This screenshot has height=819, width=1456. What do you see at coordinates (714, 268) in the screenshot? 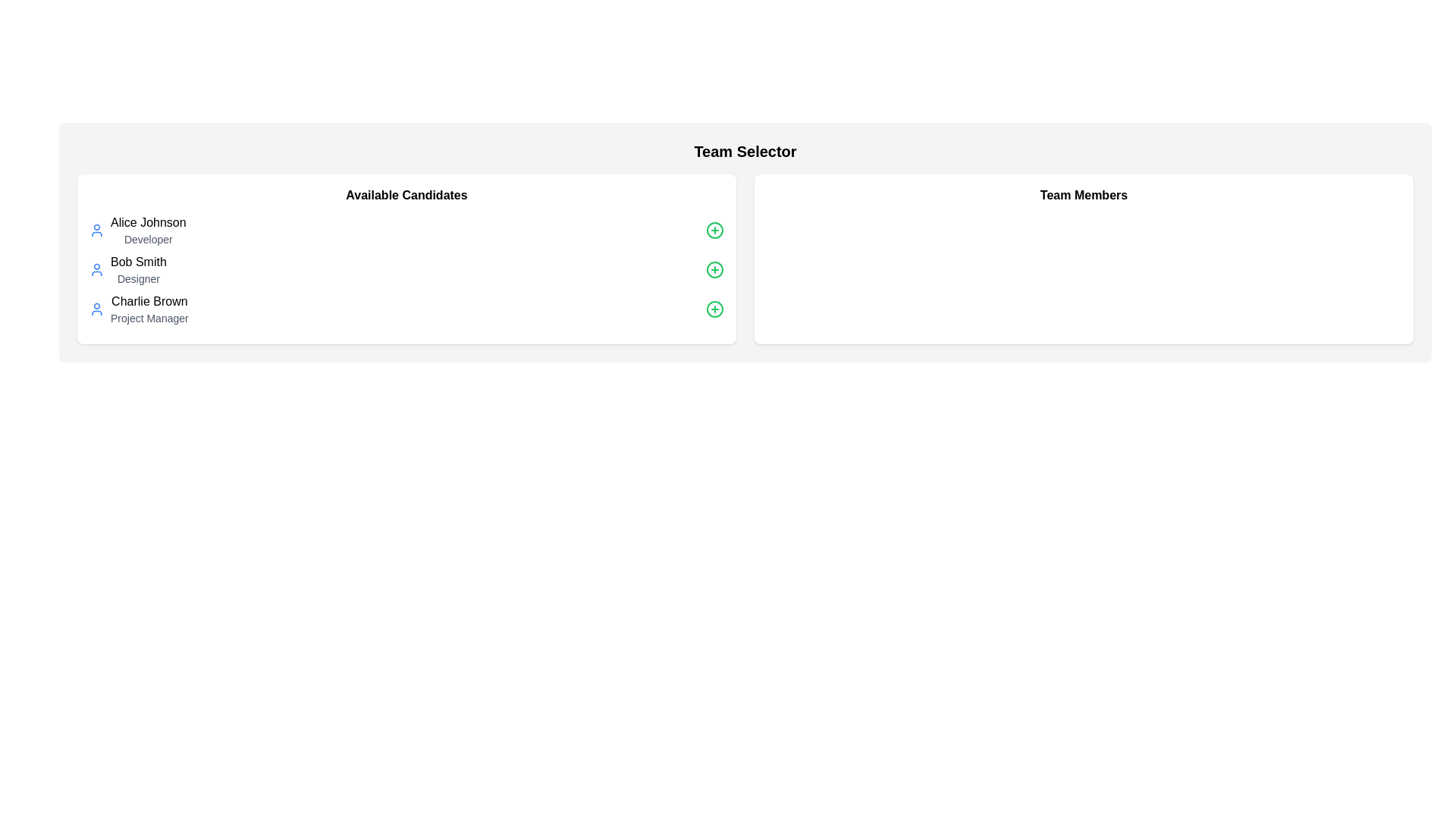
I see `the green circular button containing a plus symbol, which is the second button in the 'Available Candidates' list next to 'Bob Smith, Designer'` at bounding box center [714, 268].